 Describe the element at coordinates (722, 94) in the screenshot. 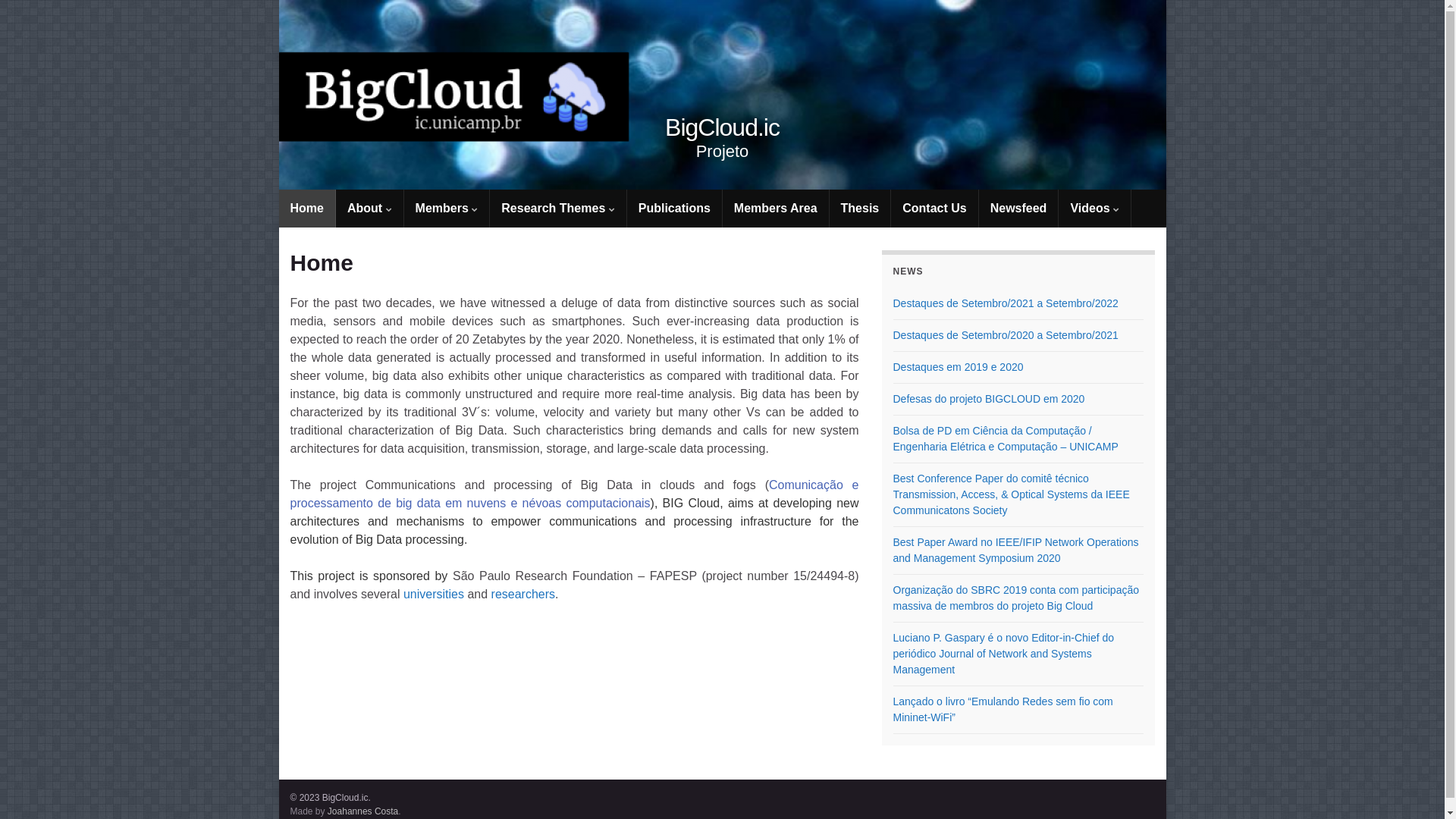

I see `'BigCloud.ic'` at that location.